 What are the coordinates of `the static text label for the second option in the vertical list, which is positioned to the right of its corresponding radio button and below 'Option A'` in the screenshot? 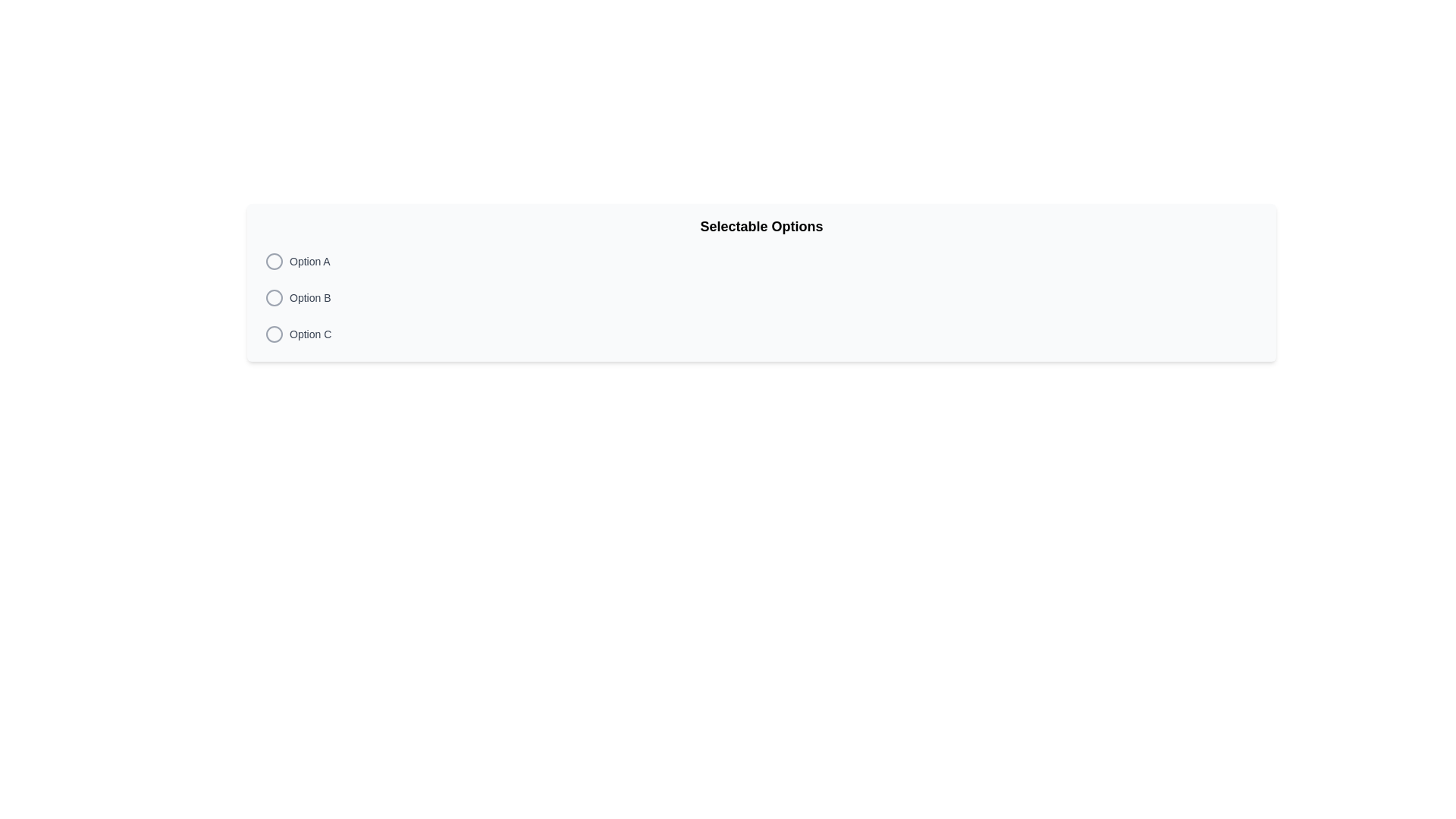 It's located at (309, 298).